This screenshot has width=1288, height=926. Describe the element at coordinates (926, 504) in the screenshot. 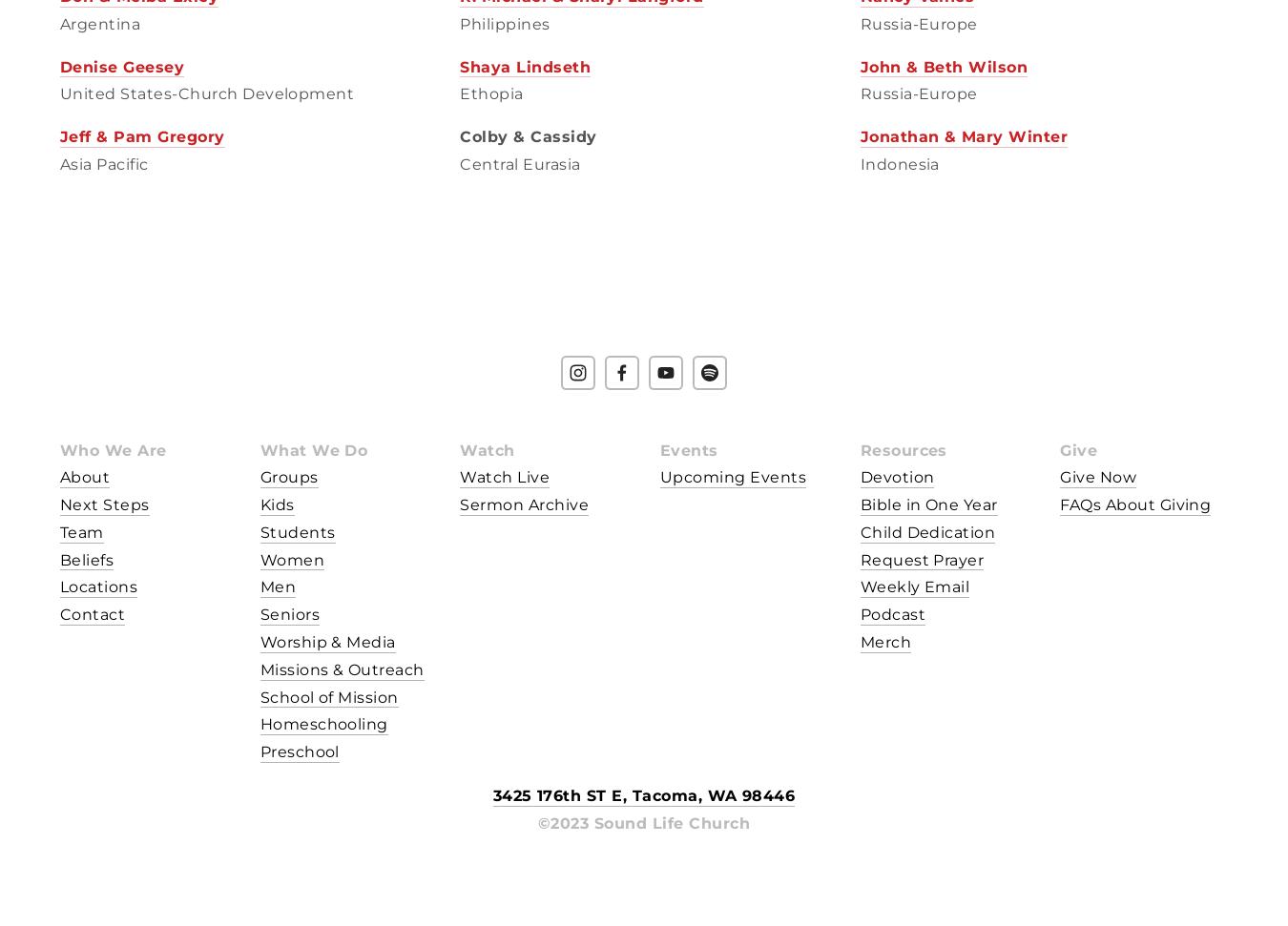

I see `'Bible in One Year'` at that location.